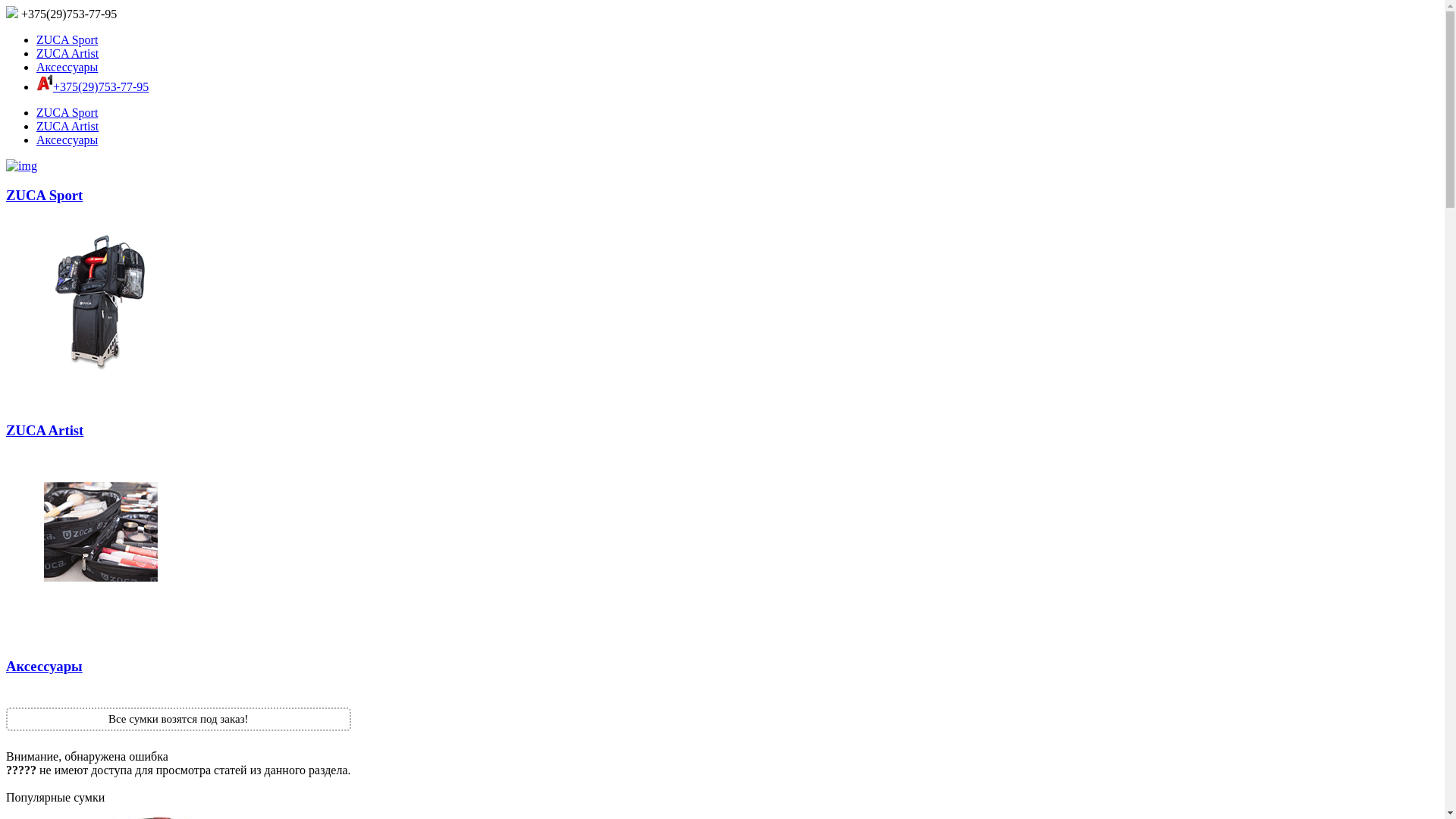  I want to click on 'ZUCA Artist', so click(67, 125).